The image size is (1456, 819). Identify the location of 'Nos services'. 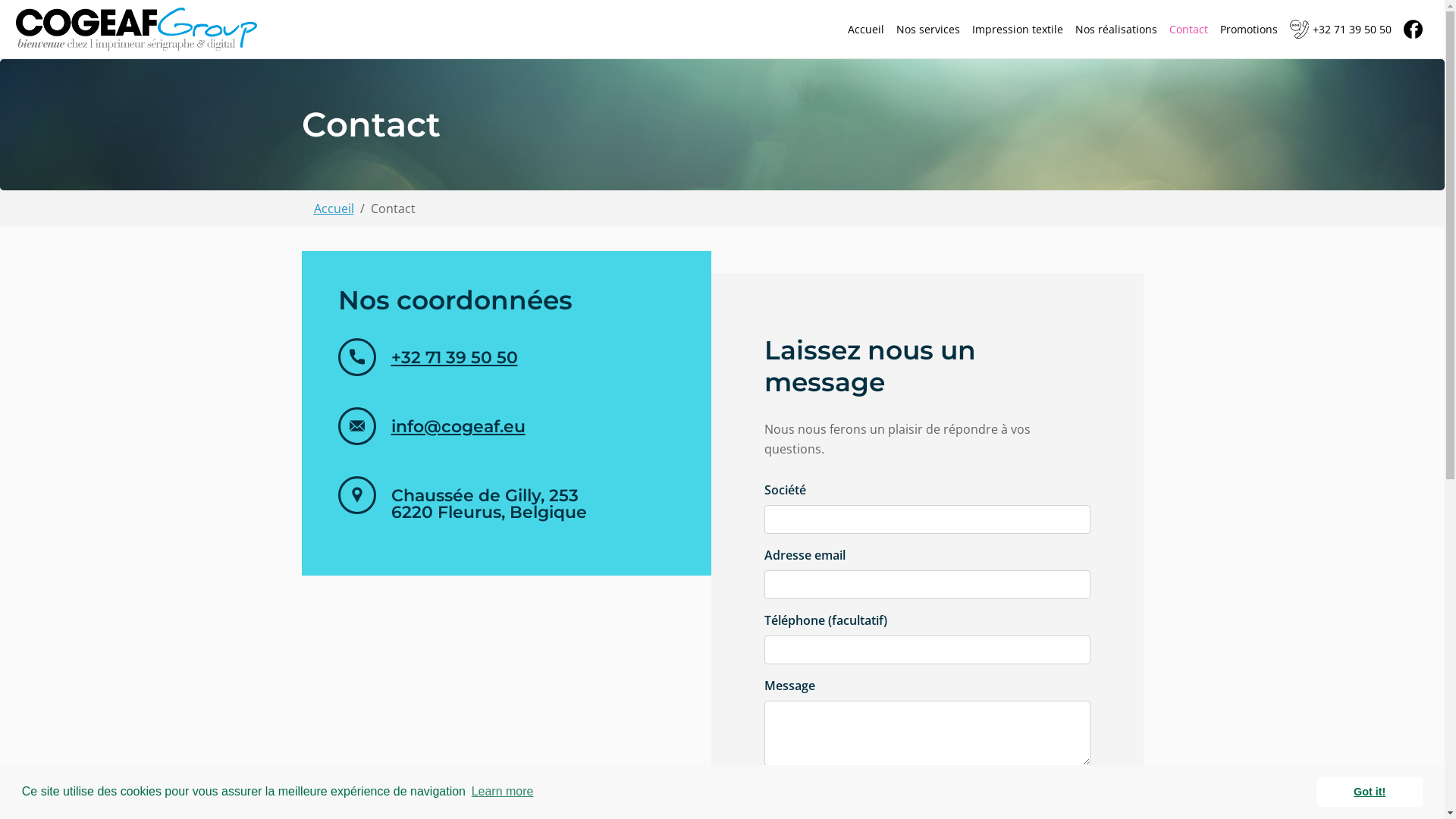
(927, 29).